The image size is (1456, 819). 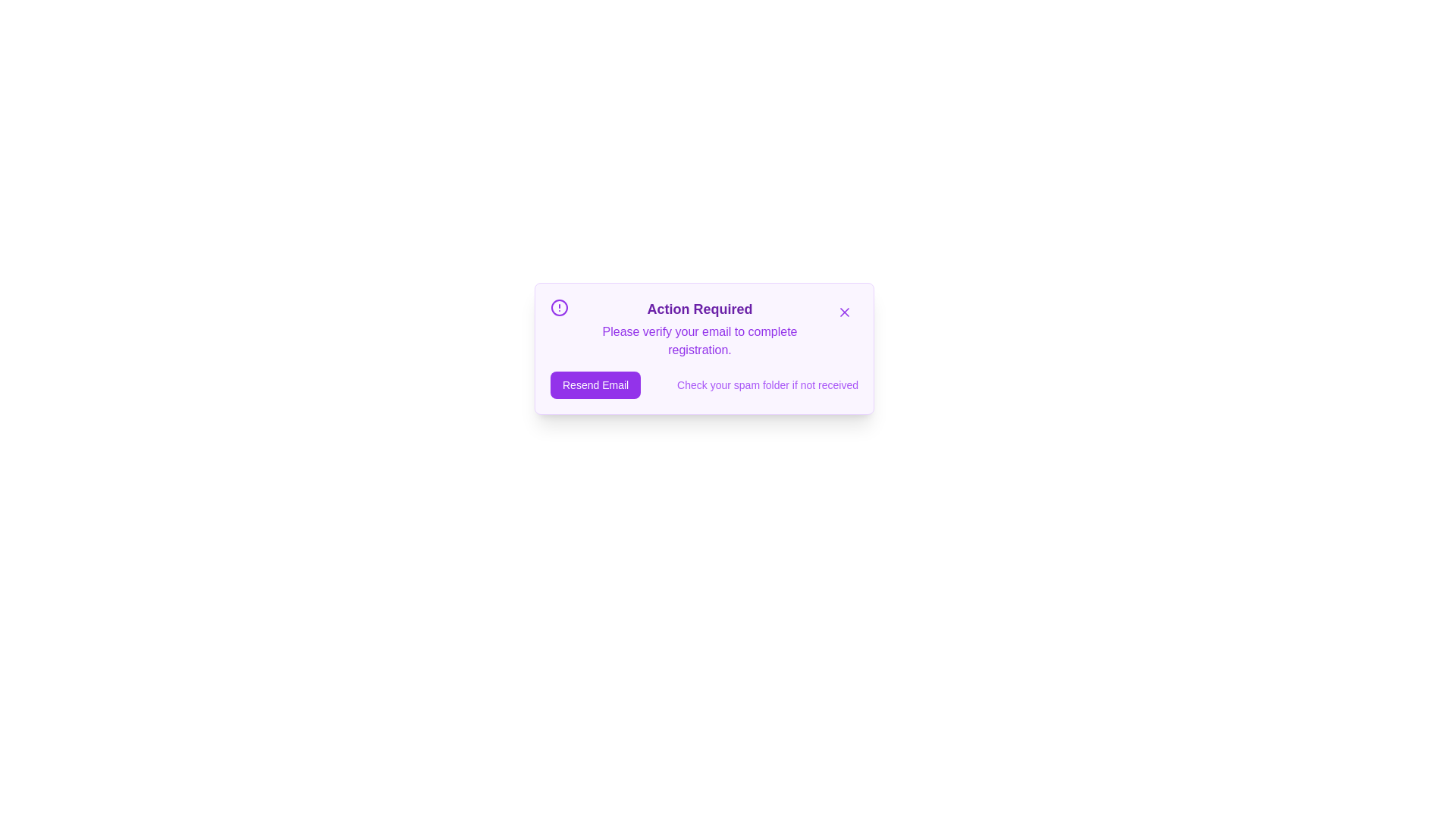 I want to click on the 'Resend Email' button to resend the verification email, so click(x=595, y=384).